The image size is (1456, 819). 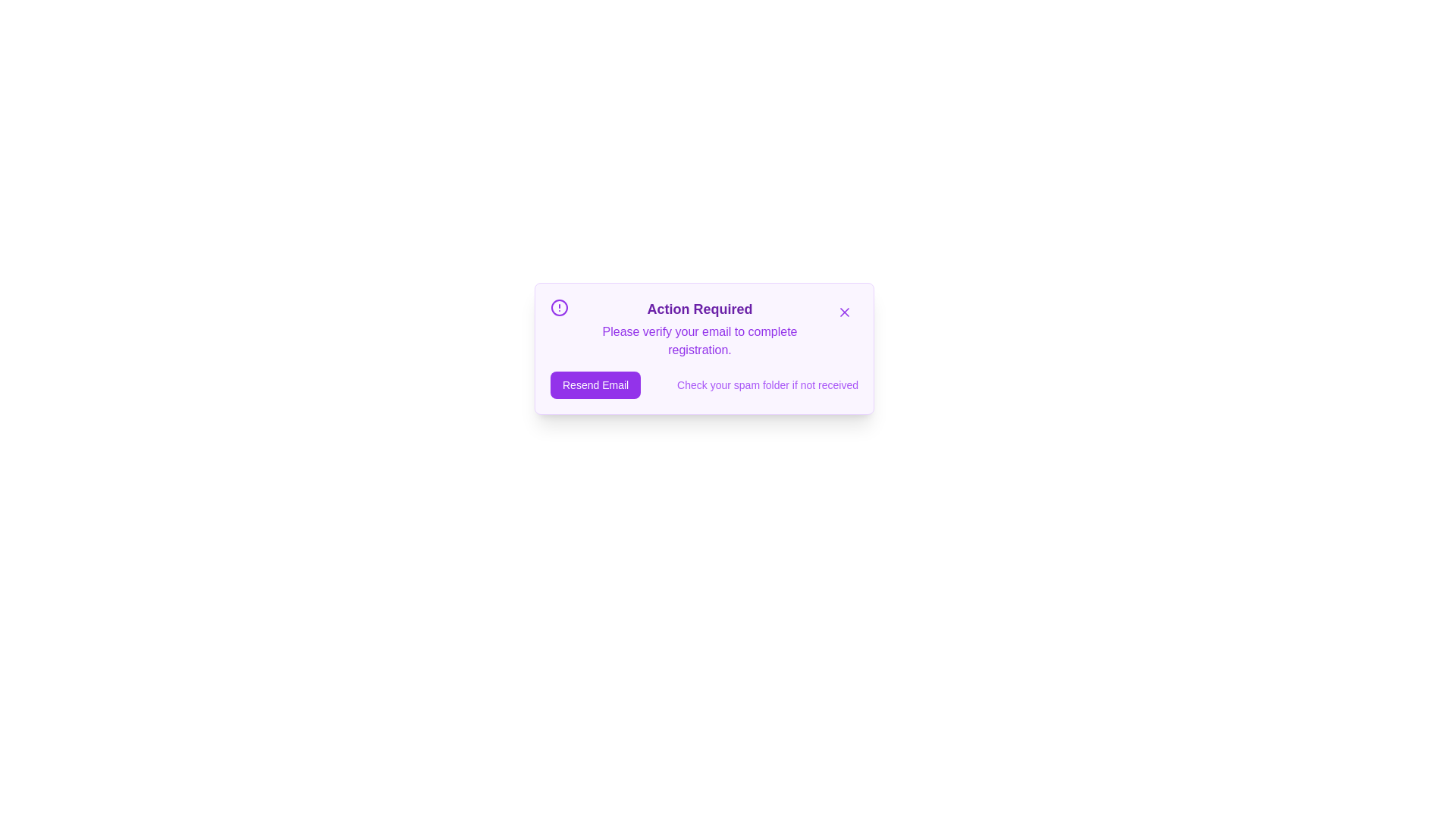 I want to click on the 'Resend Email' button to resend the verification email, so click(x=595, y=384).